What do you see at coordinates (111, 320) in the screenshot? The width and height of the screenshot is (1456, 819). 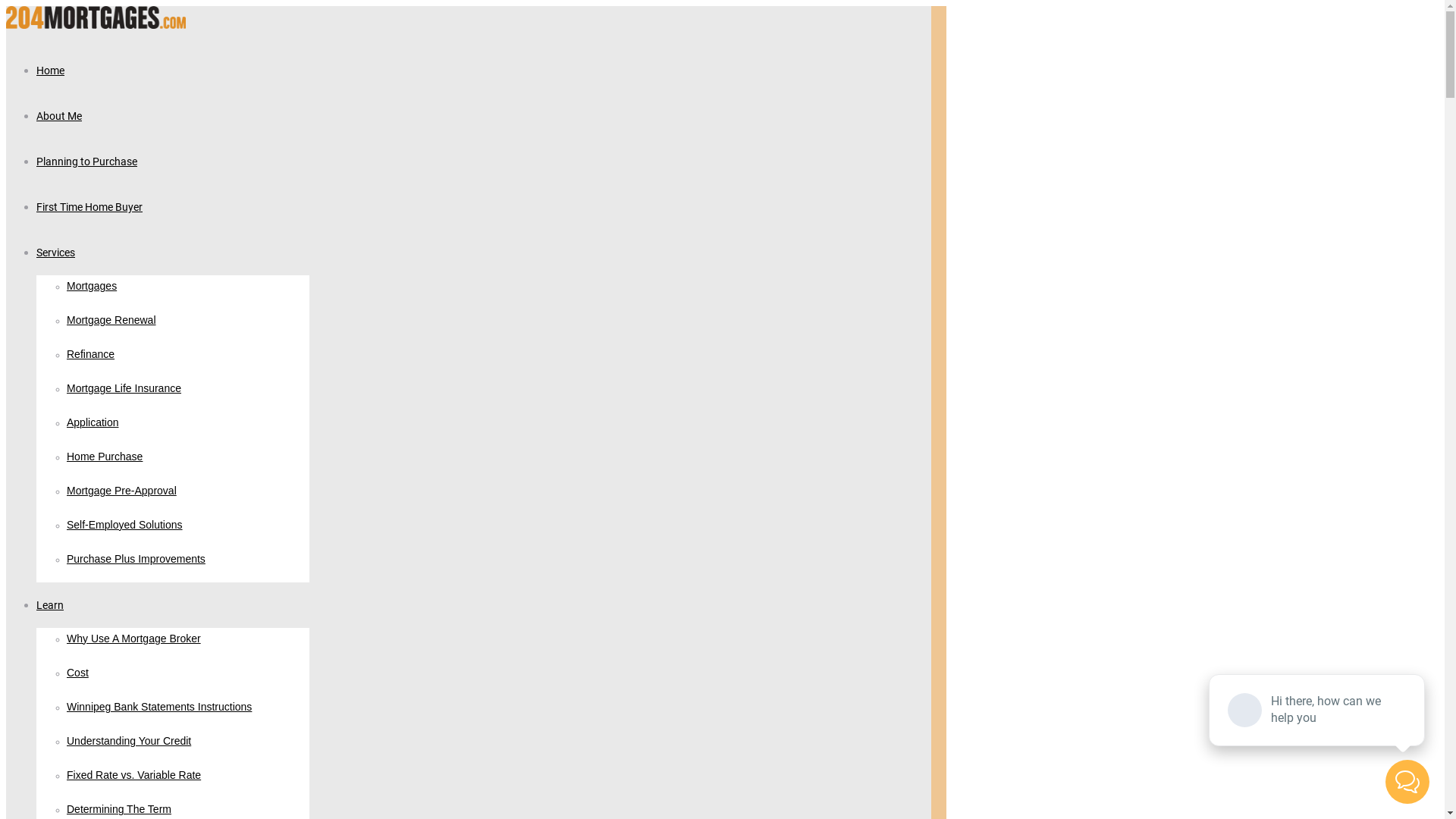 I see `'Mortgage Renewal'` at bounding box center [111, 320].